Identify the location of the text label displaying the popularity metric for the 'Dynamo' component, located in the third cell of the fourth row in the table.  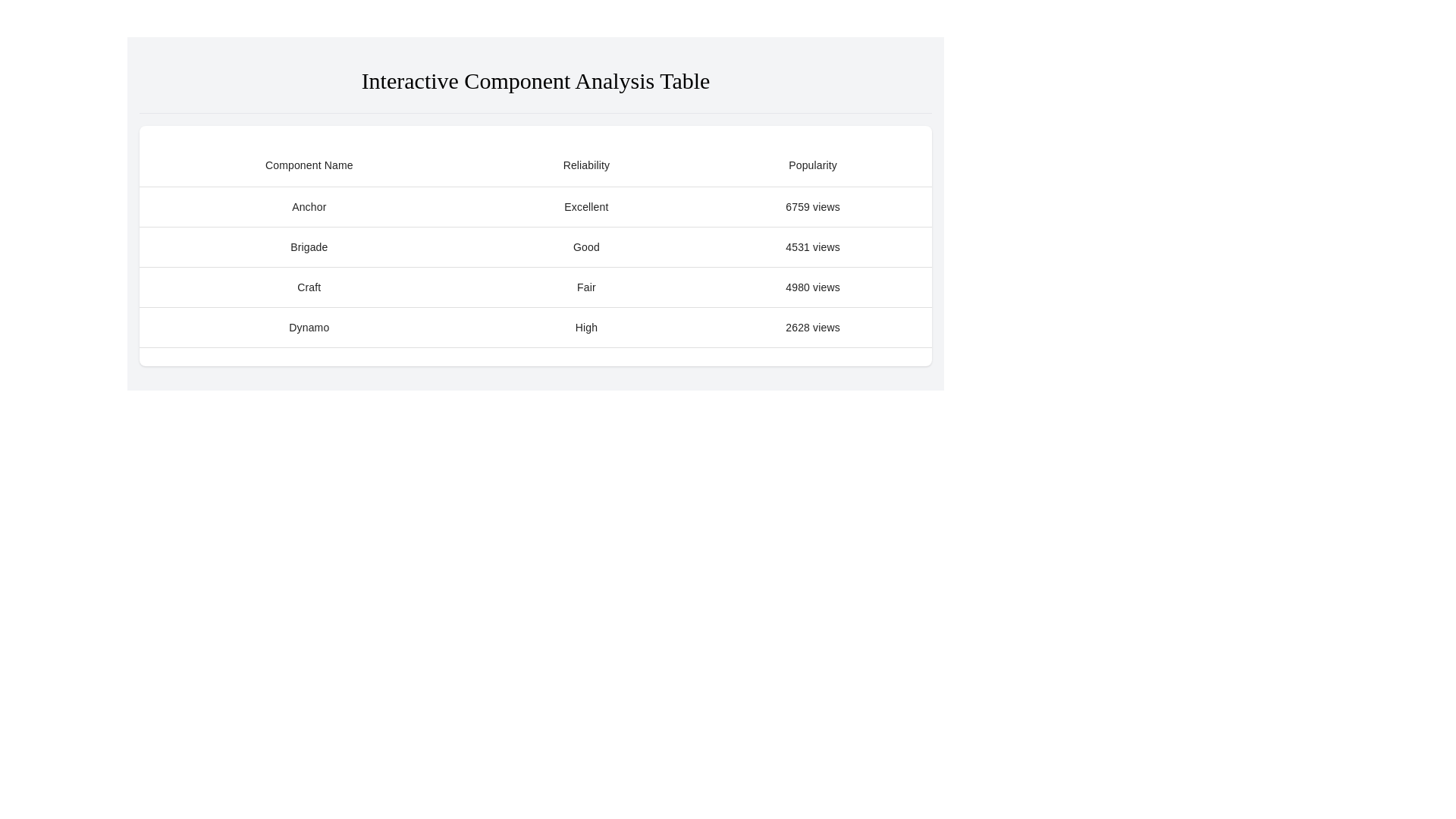
(812, 327).